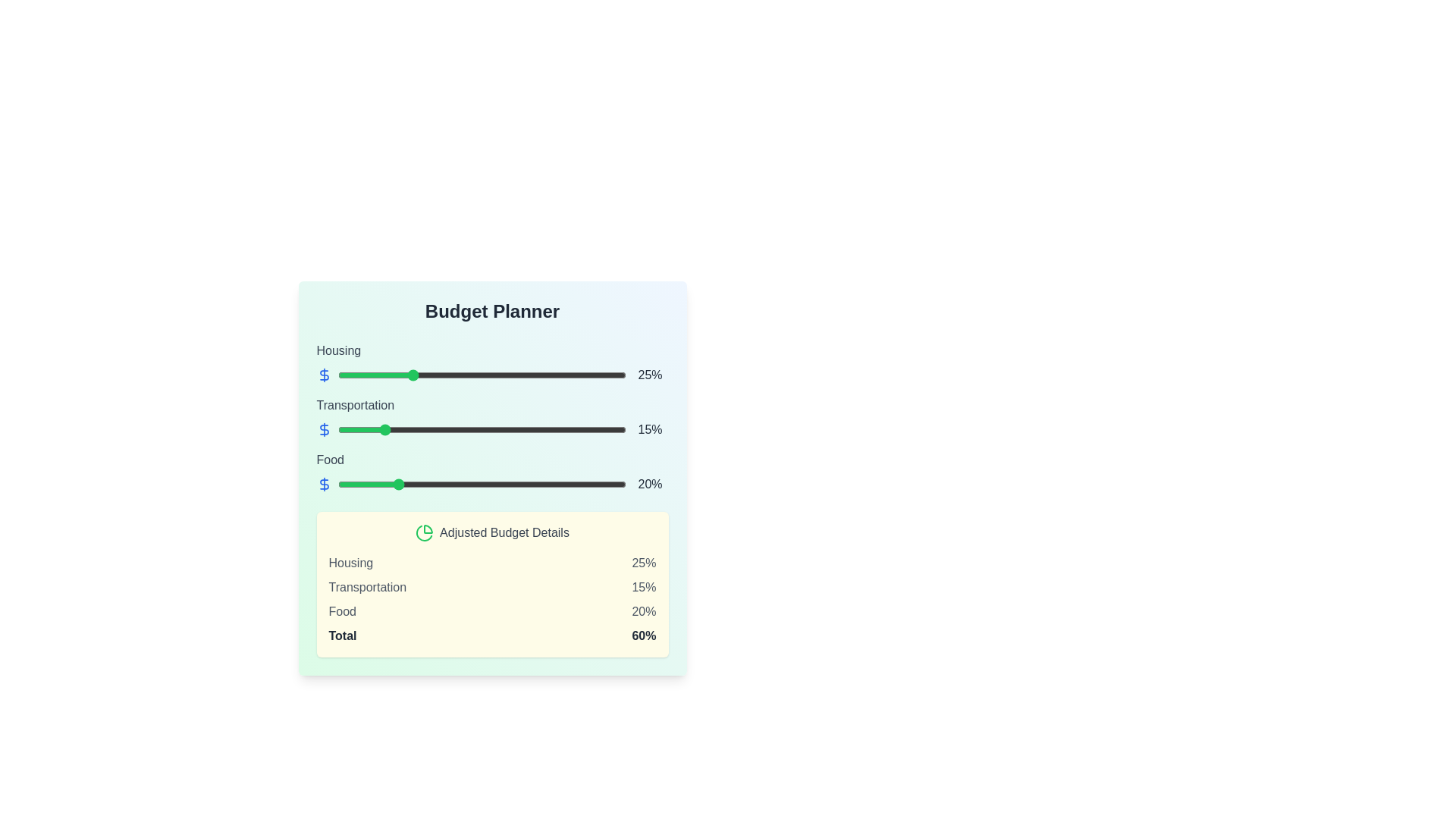 Image resolution: width=1456 pixels, height=819 pixels. Describe the element at coordinates (504, 375) in the screenshot. I see `the housing budget slider` at that location.